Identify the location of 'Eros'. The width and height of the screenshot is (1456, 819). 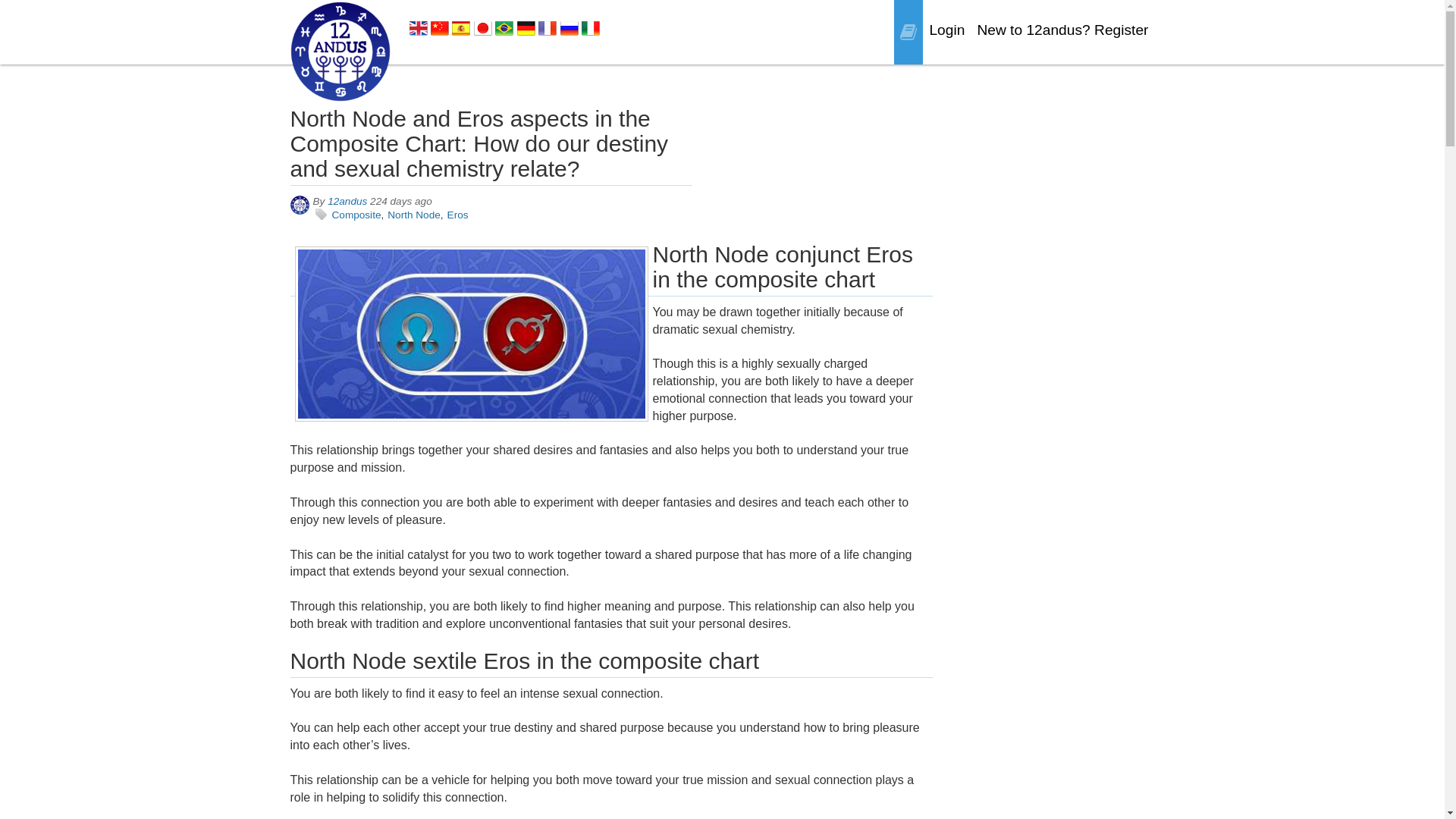
(457, 215).